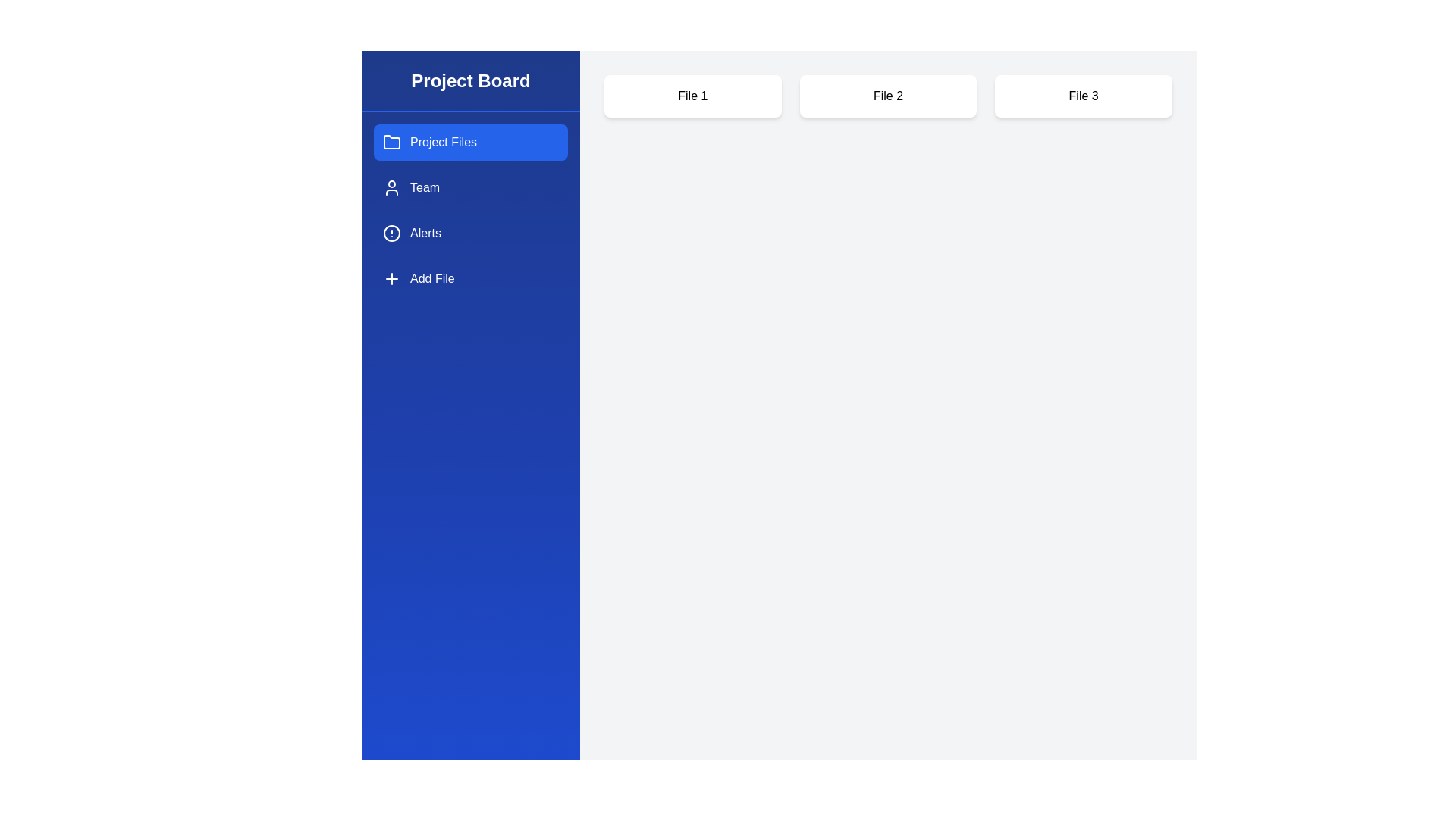 This screenshot has width=1456, height=819. Describe the element at coordinates (392, 143) in the screenshot. I see `folder icon located at the leftmost part of the 'Project Files' button in the left sidebar menu for UI debugging` at that location.